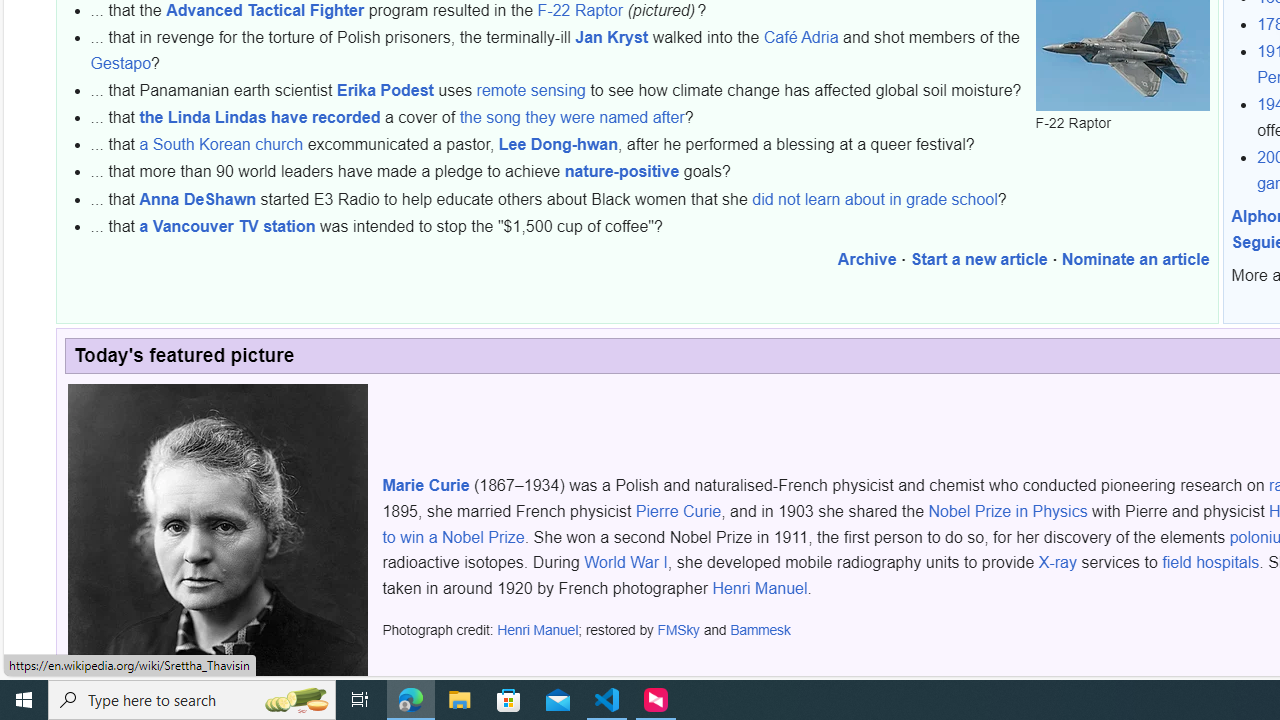 The height and width of the screenshot is (720, 1280). Describe the element at coordinates (531, 90) in the screenshot. I see `'remote sensing'` at that location.